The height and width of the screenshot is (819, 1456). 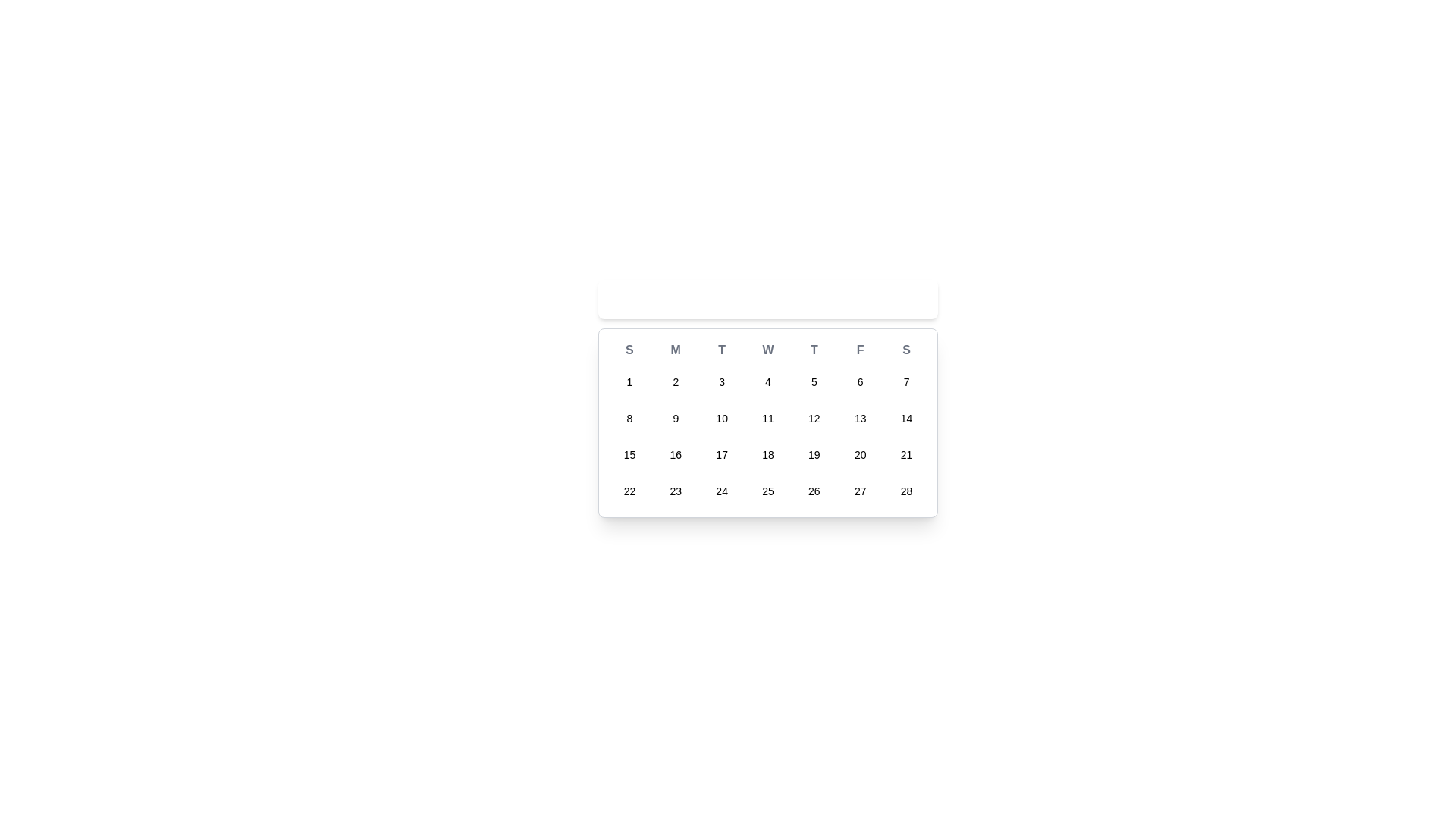 I want to click on the fourth day in the calendar, which is the button-like interactive calendar day box directly under the 'W' header, so click(x=767, y=381).